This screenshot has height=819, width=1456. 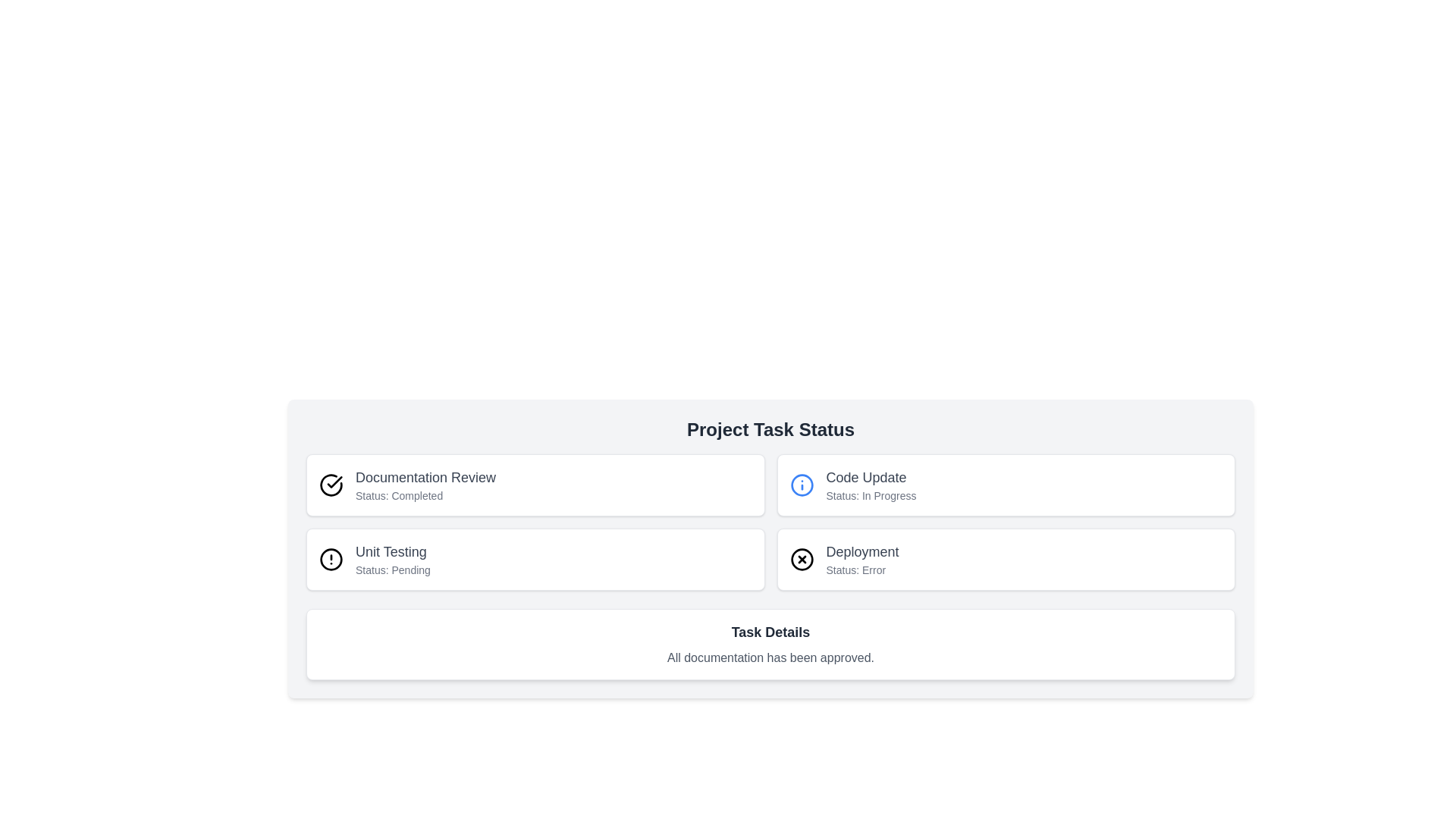 What do you see at coordinates (801, 485) in the screenshot?
I see `the blue circular outline of the circular visual component located within the 'Code Update' status card, positioned towards the center of the circular icon area to the left of the card header` at bounding box center [801, 485].